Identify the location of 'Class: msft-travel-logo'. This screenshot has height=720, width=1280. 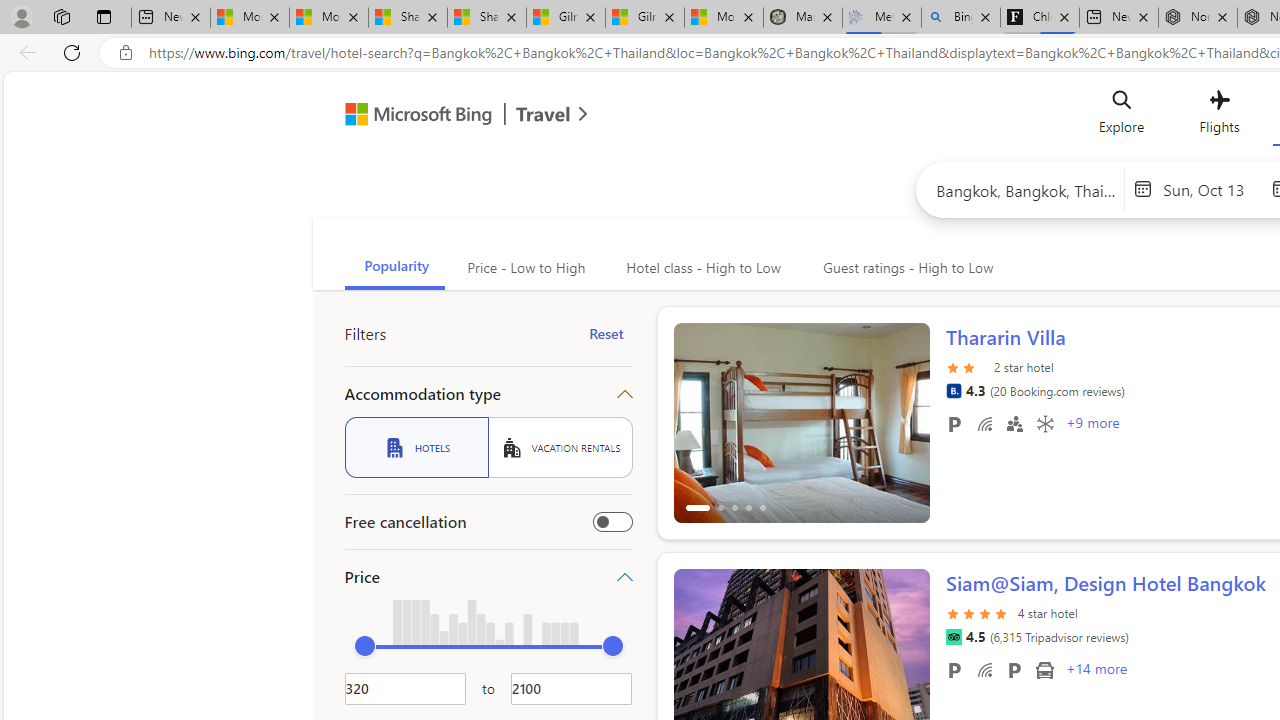
(543, 114).